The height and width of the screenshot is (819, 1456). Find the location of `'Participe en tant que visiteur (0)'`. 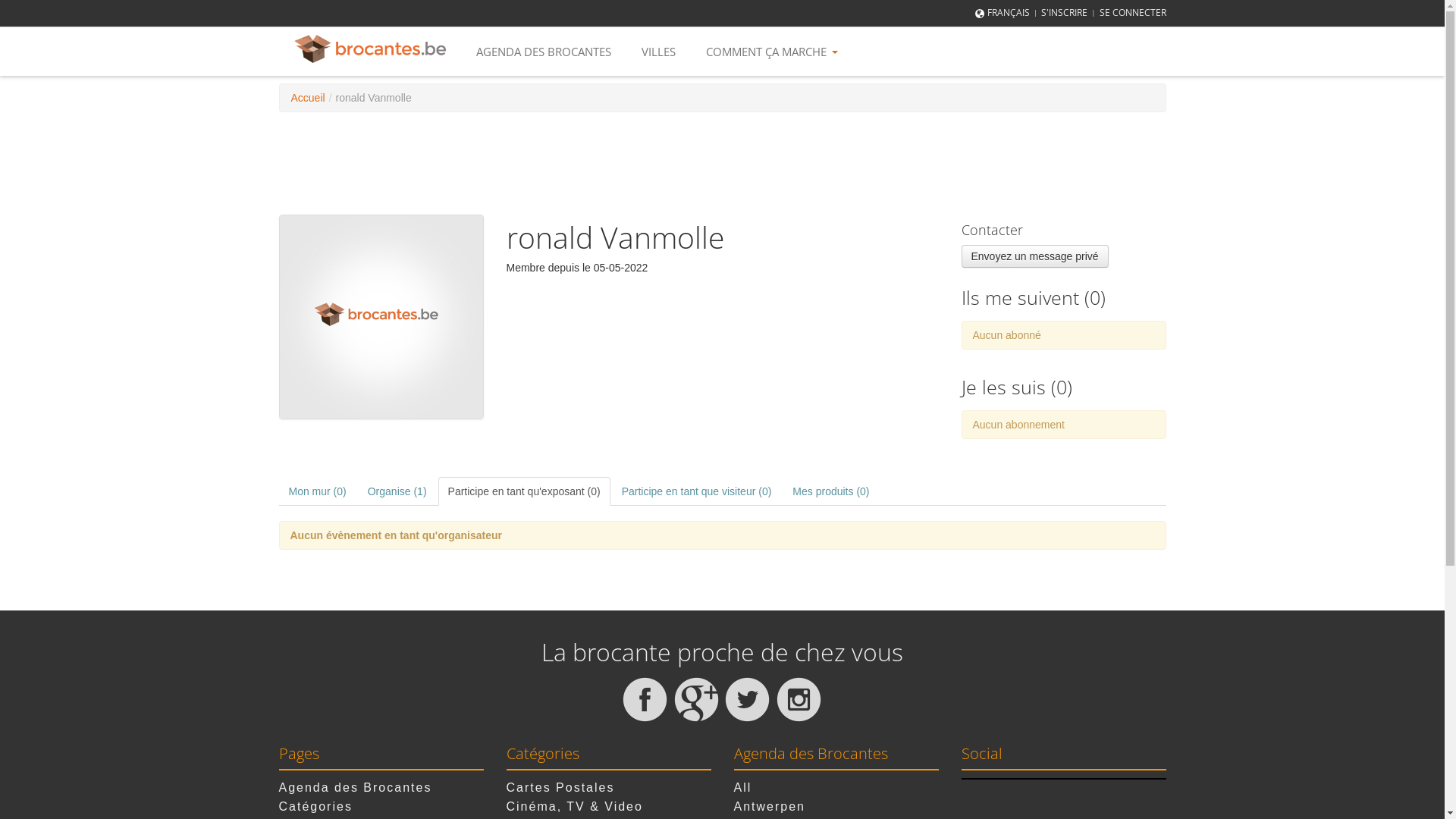

'Participe en tant que visiteur (0)' is located at coordinates (695, 491).